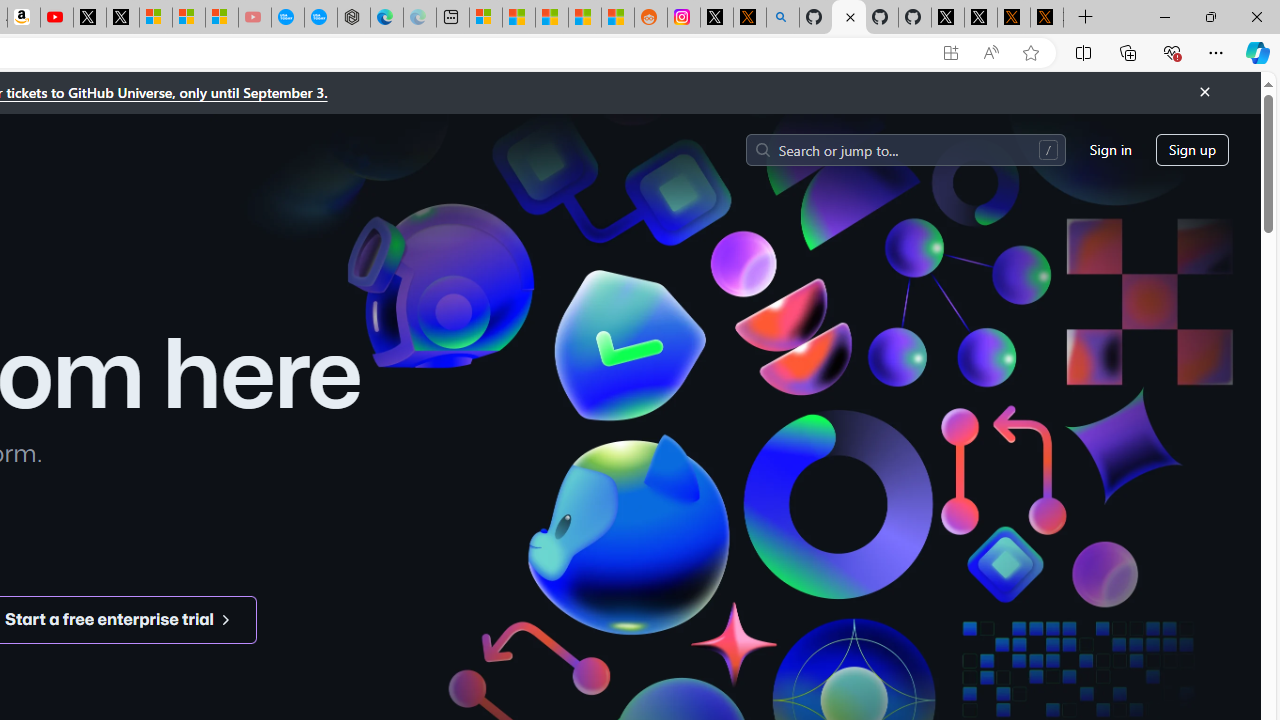 This screenshot has width=1280, height=720. I want to click on 'Shanghai, China Weather trends | Microsoft Weather', so click(616, 17).